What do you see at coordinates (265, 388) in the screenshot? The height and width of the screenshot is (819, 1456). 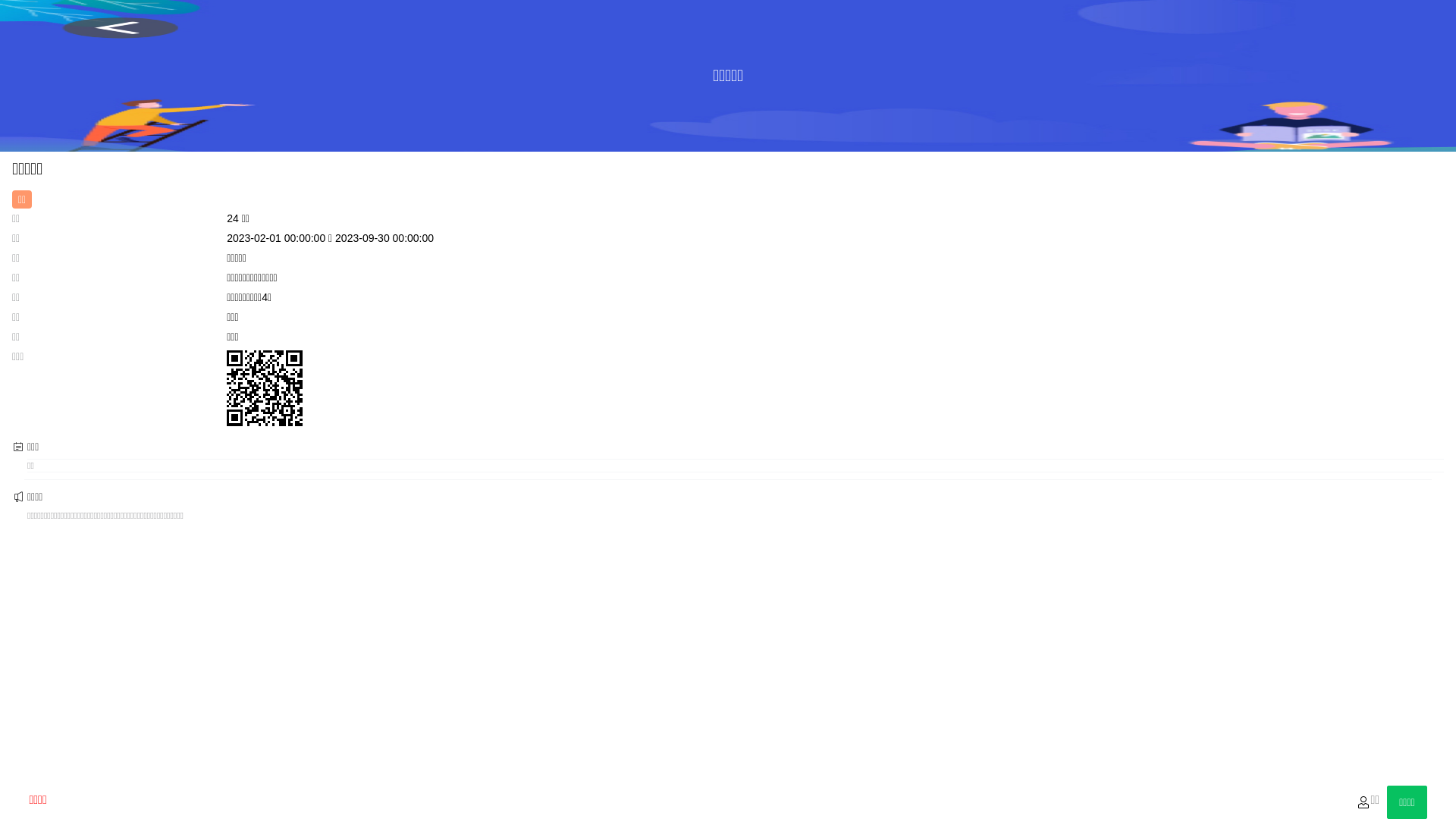 I see `'http://wztq.cc/show/155'` at bounding box center [265, 388].